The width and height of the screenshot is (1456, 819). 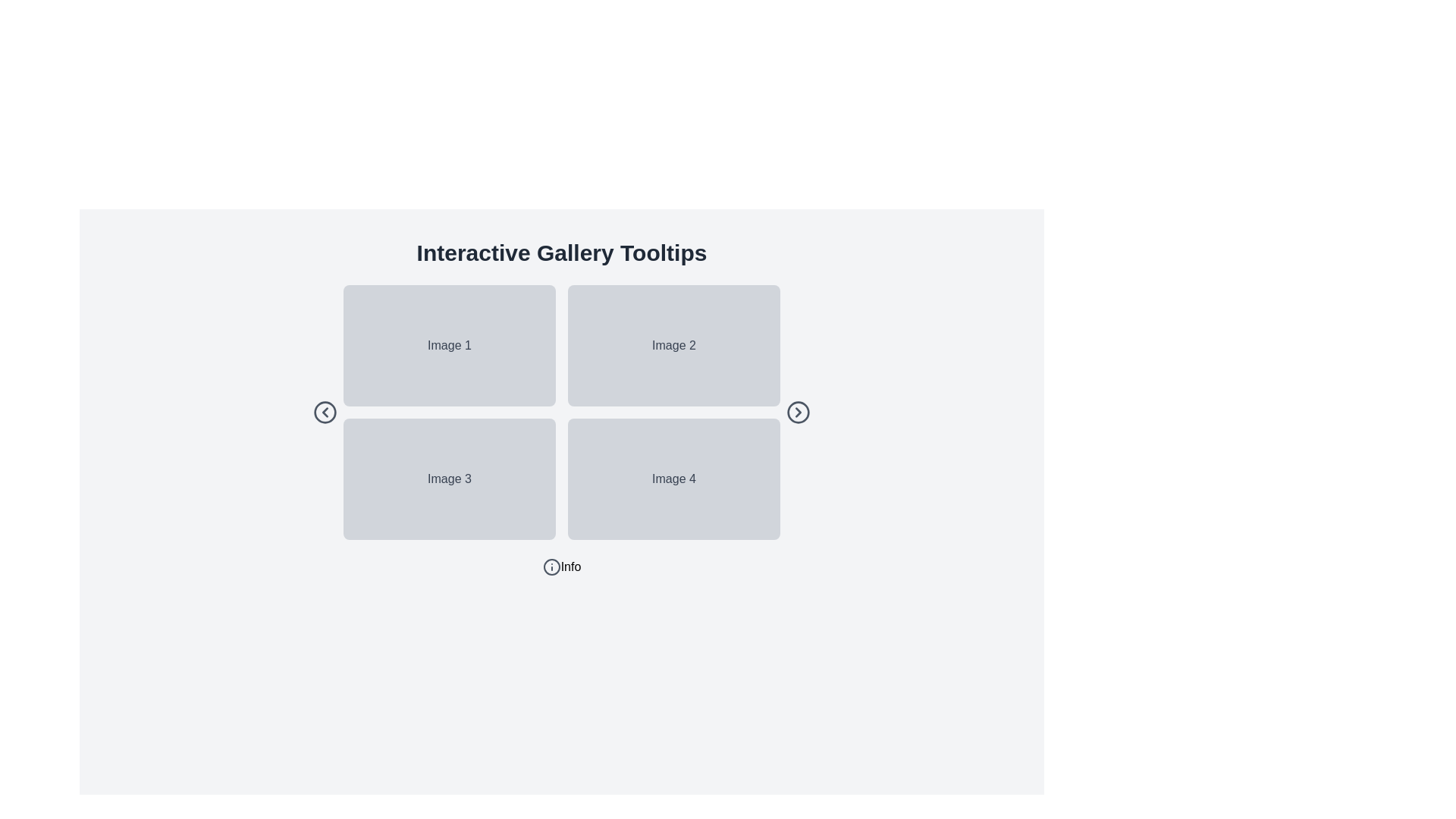 What do you see at coordinates (551, 567) in the screenshot?
I see `the circular SVG graphic that is part of the 'info' icon, located centrally under the main interactive gallery grid` at bounding box center [551, 567].